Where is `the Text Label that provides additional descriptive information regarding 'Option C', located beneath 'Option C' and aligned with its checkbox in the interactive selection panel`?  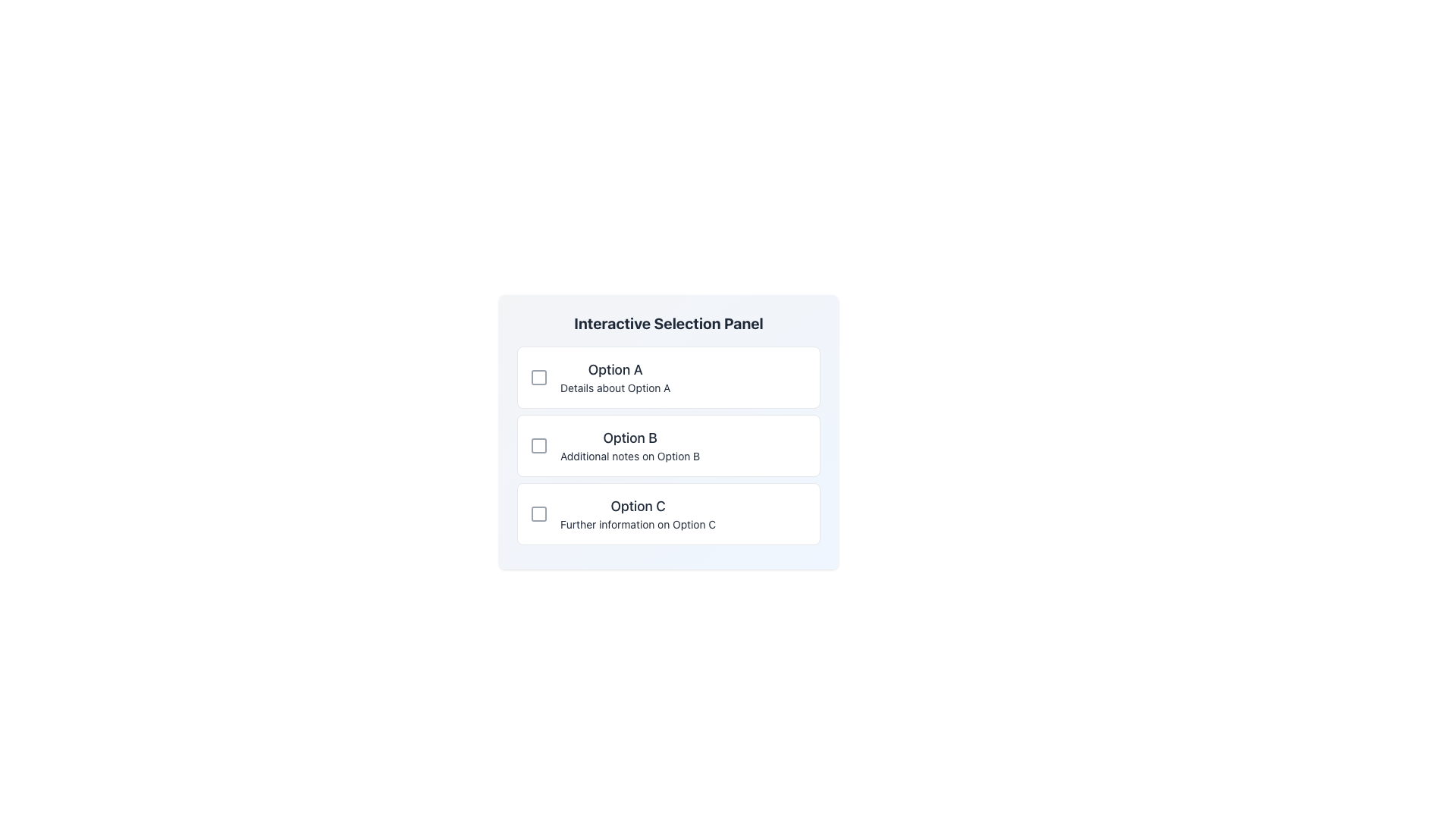
the Text Label that provides additional descriptive information regarding 'Option C', located beneath 'Option C' and aligned with its checkbox in the interactive selection panel is located at coordinates (638, 523).